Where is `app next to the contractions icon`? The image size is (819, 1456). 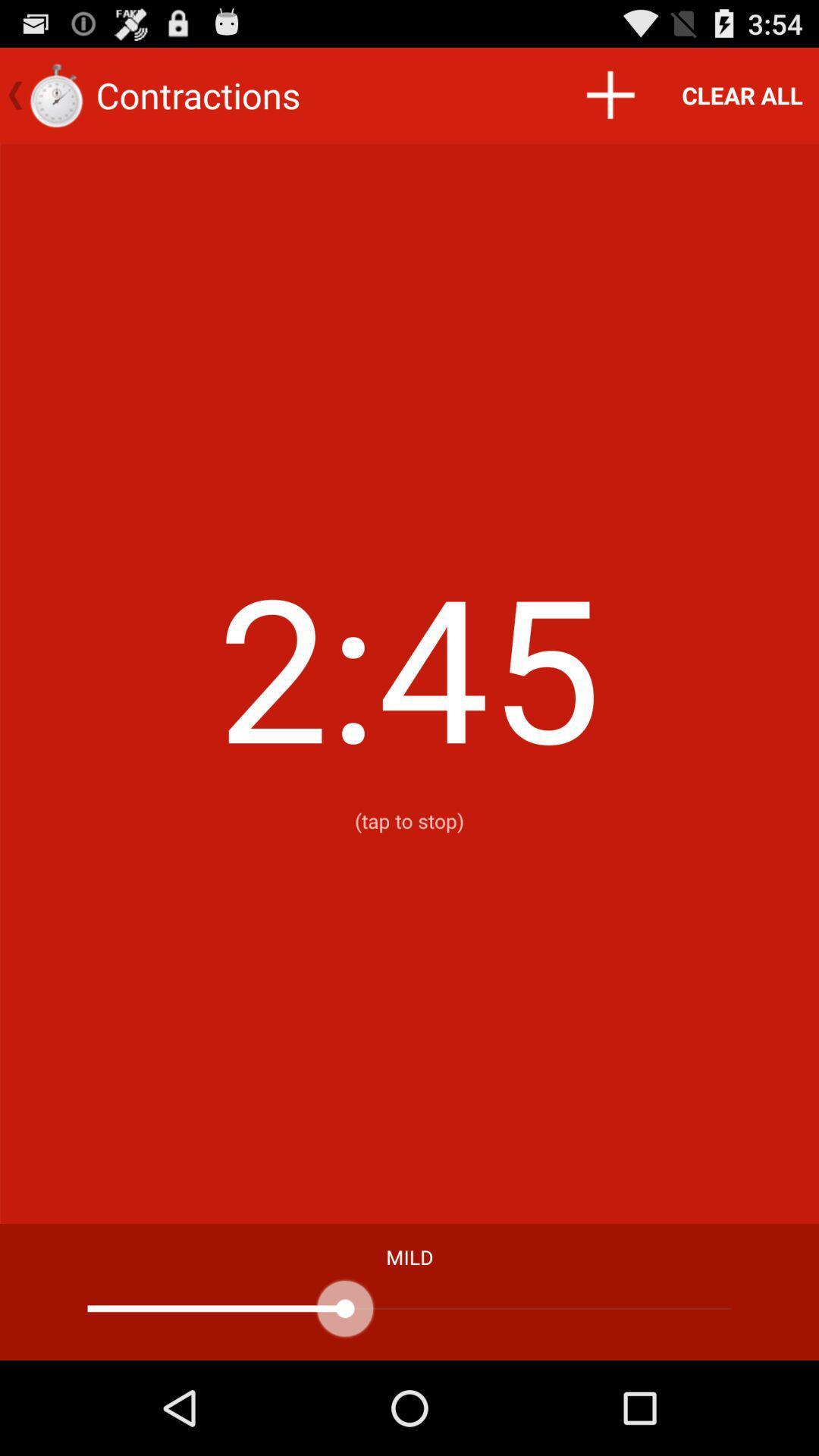
app next to the contractions icon is located at coordinates (609, 94).